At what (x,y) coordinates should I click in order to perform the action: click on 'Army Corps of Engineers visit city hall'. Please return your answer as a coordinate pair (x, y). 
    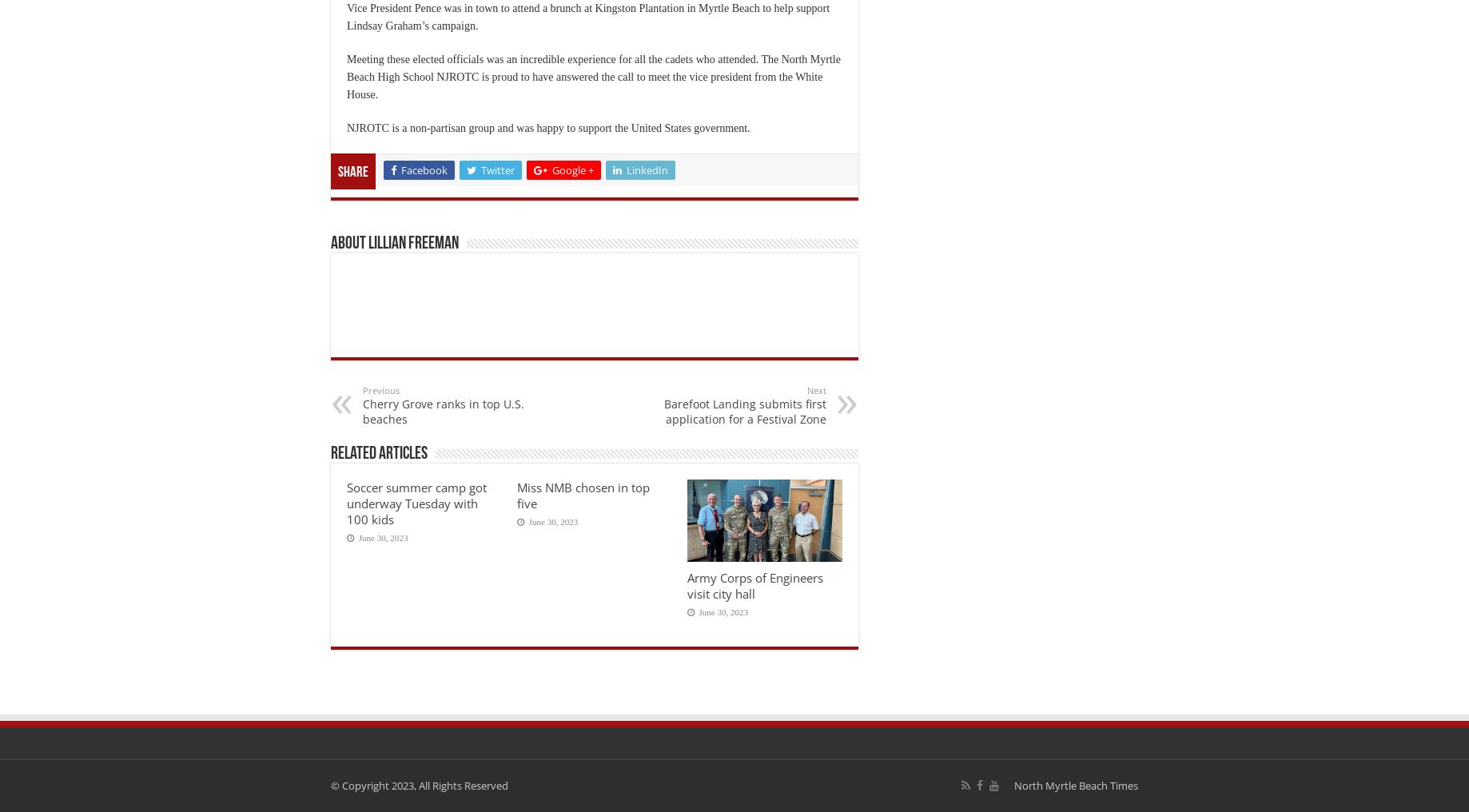
    Looking at the image, I should click on (754, 586).